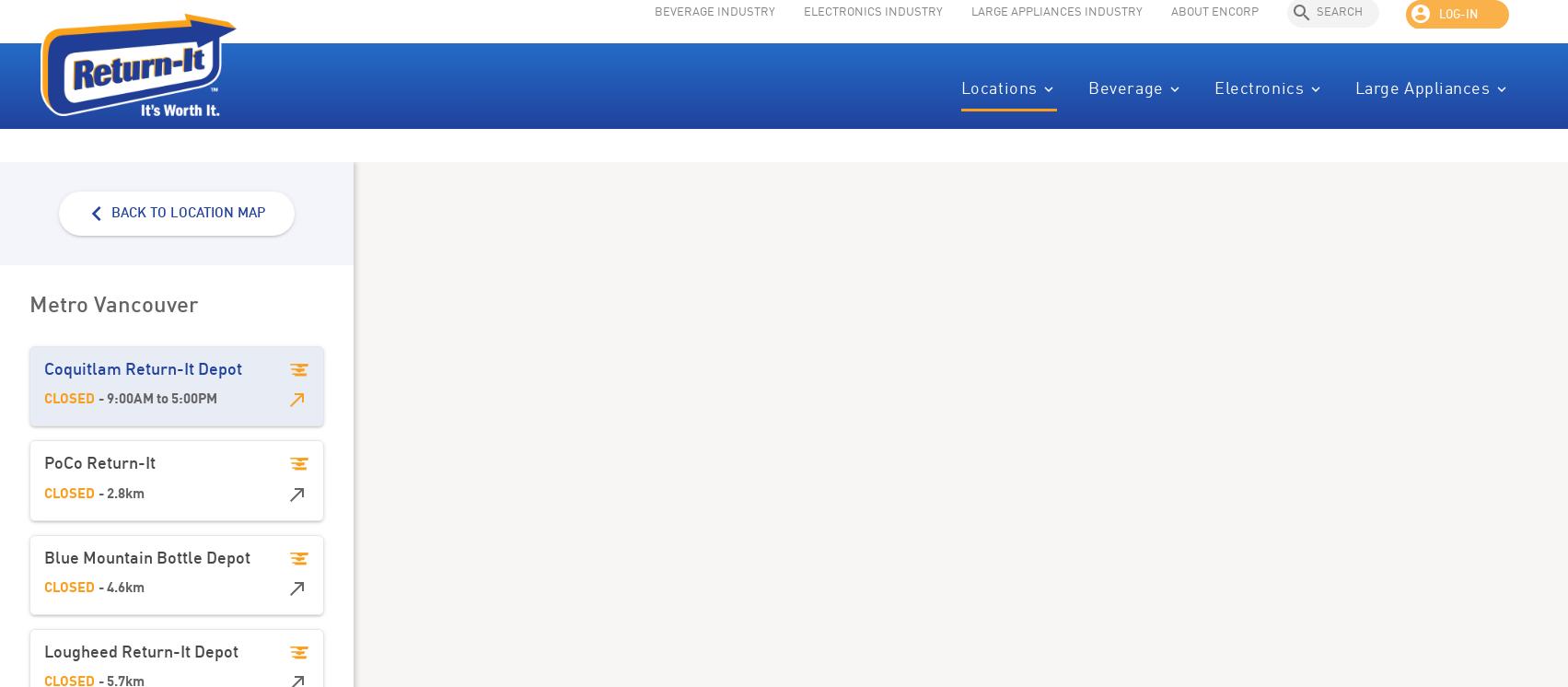  Describe the element at coordinates (507, 429) in the screenshot. I see `'Thursday'` at that location.